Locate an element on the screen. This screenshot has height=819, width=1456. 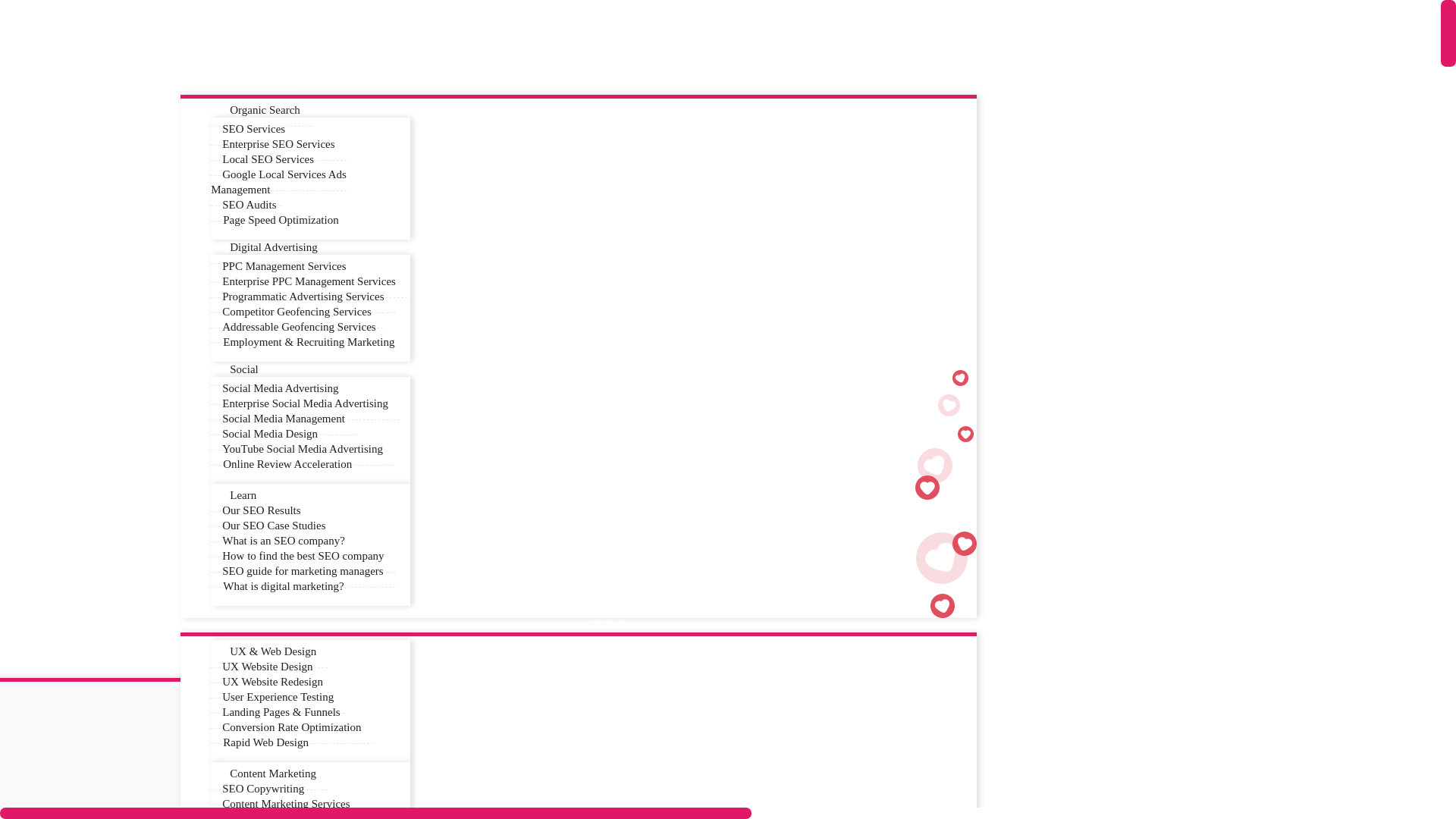
'Landing Pages & Funnels' is located at coordinates (210, 712).